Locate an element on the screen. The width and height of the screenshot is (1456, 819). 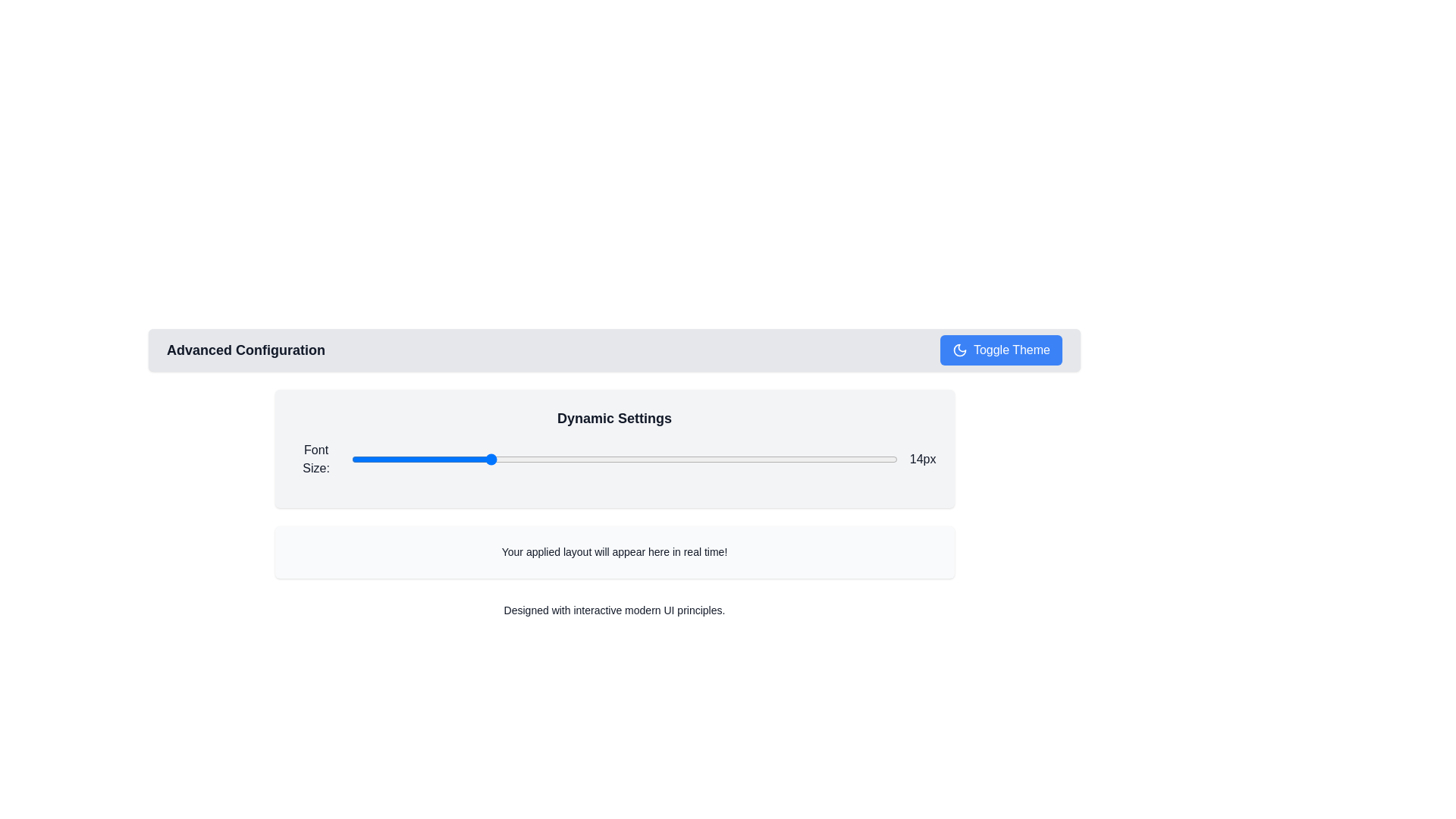
the moon-shaped icon located inside the 'Toggle Theme' button, positioned near the top-right corner of the interface is located at coordinates (959, 350).